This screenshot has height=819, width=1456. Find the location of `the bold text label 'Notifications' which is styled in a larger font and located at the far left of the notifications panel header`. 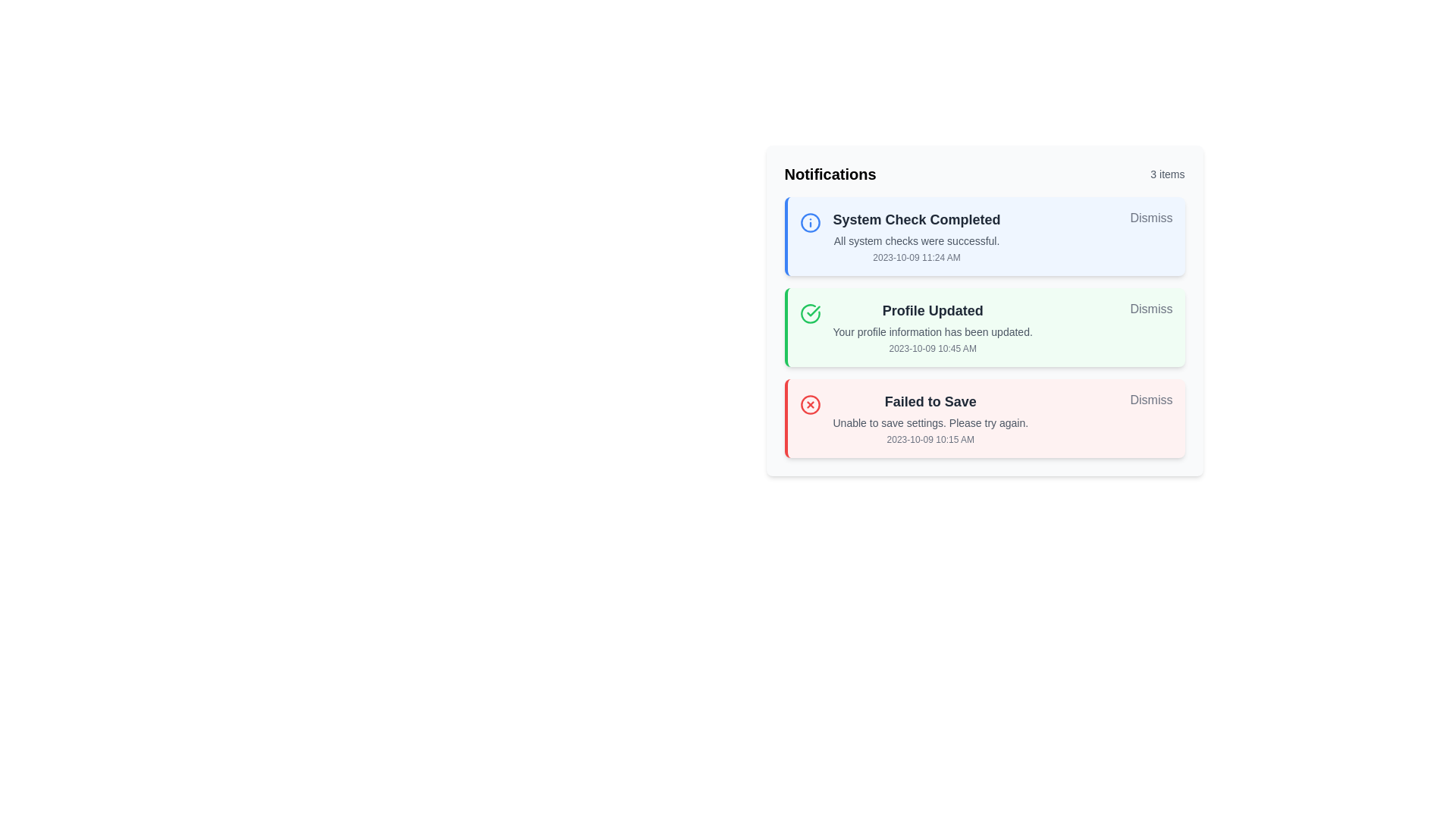

the bold text label 'Notifications' which is styled in a larger font and located at the far left of the notifications panel header is located at coordinates (829, 174).